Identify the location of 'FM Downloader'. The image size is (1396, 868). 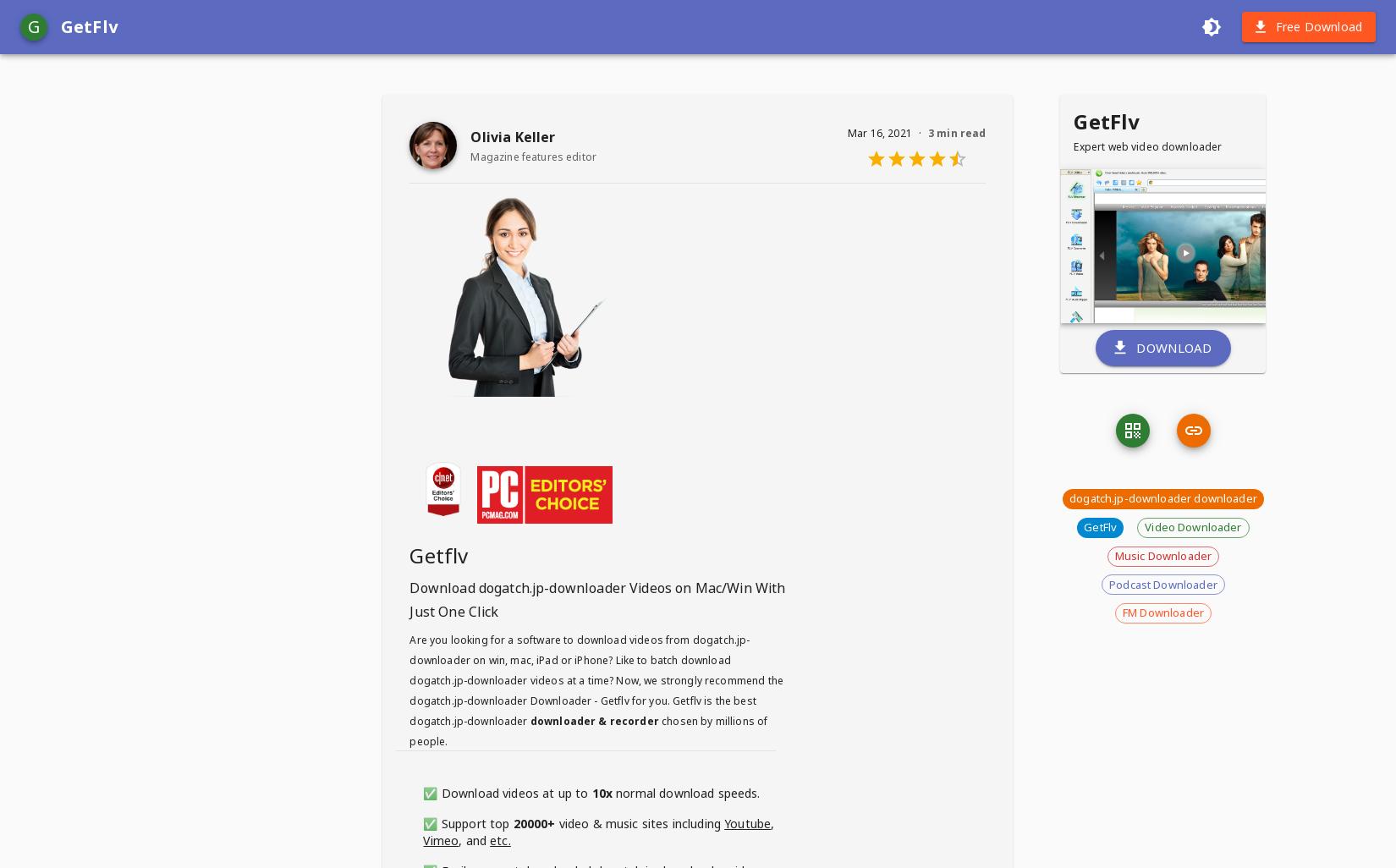
(1162, 613).